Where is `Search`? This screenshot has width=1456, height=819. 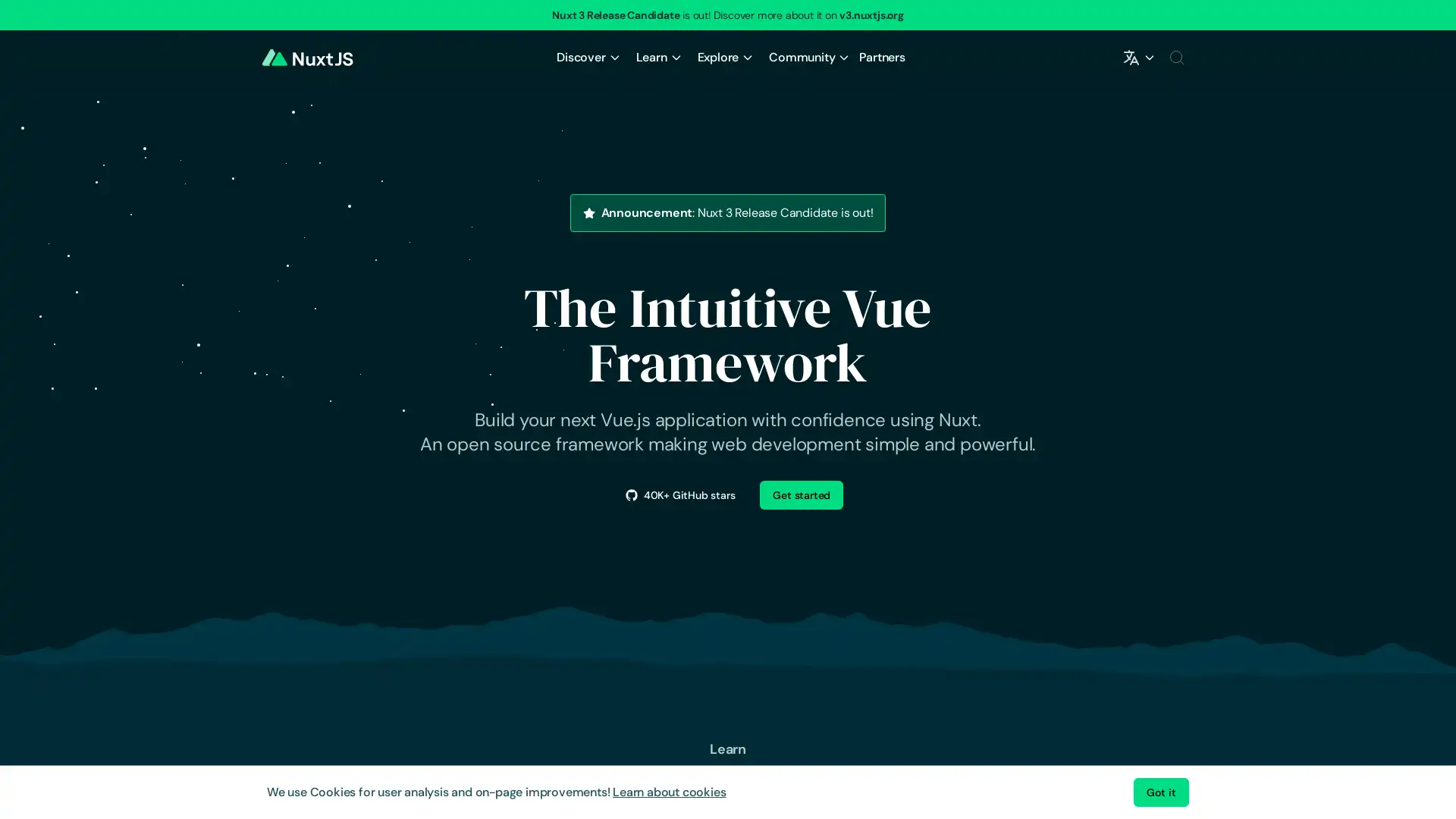 Search is located at coordinates (1175, 57).